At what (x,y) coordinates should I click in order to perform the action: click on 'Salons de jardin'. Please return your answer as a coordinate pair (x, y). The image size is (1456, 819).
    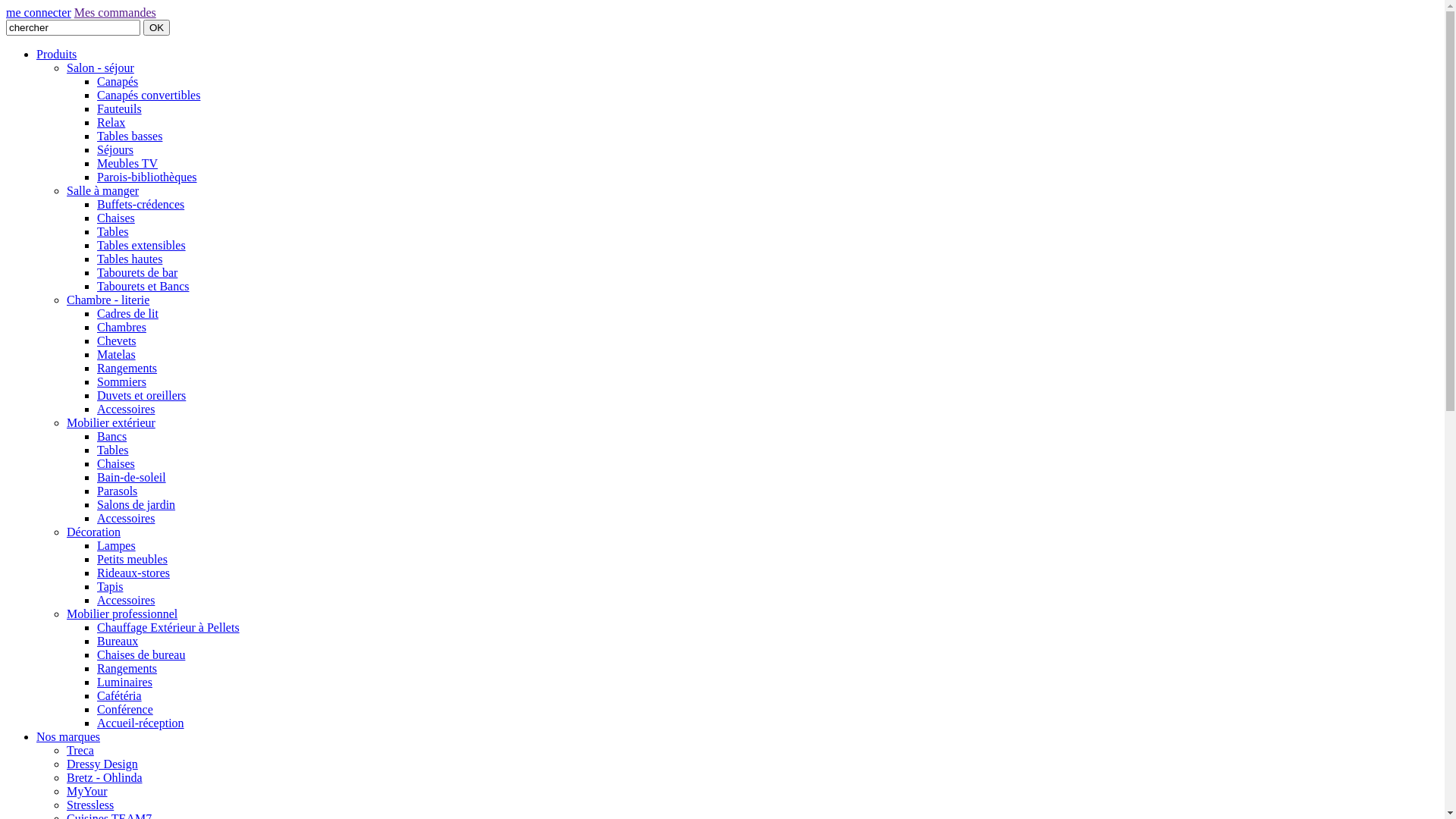
    Looking at the image, I should click on (136, 504).